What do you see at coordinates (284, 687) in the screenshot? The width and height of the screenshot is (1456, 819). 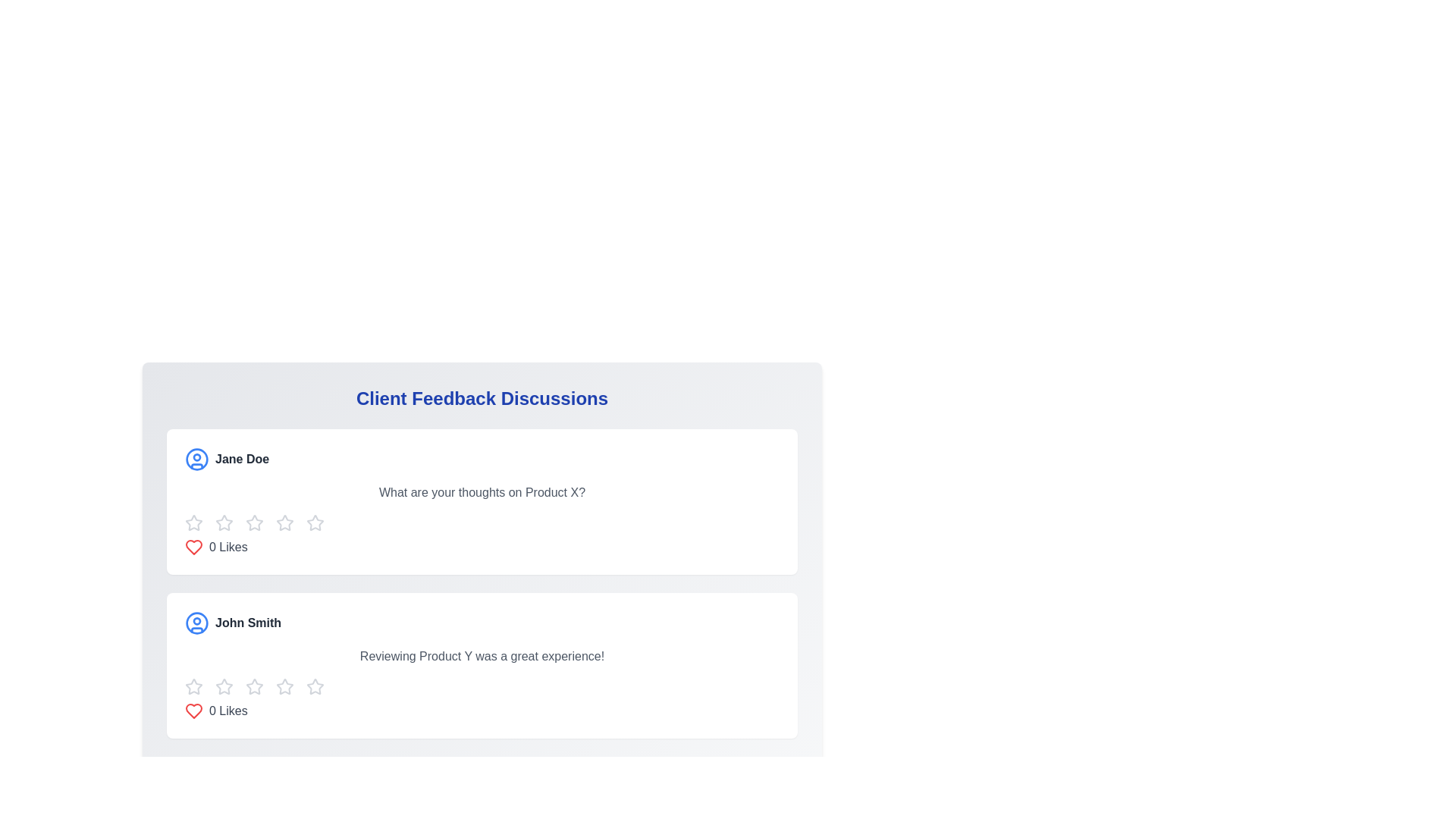 I see `the fifth star icon in the rating system below the review by 'John Smith'` at bounding box center [284, 687].